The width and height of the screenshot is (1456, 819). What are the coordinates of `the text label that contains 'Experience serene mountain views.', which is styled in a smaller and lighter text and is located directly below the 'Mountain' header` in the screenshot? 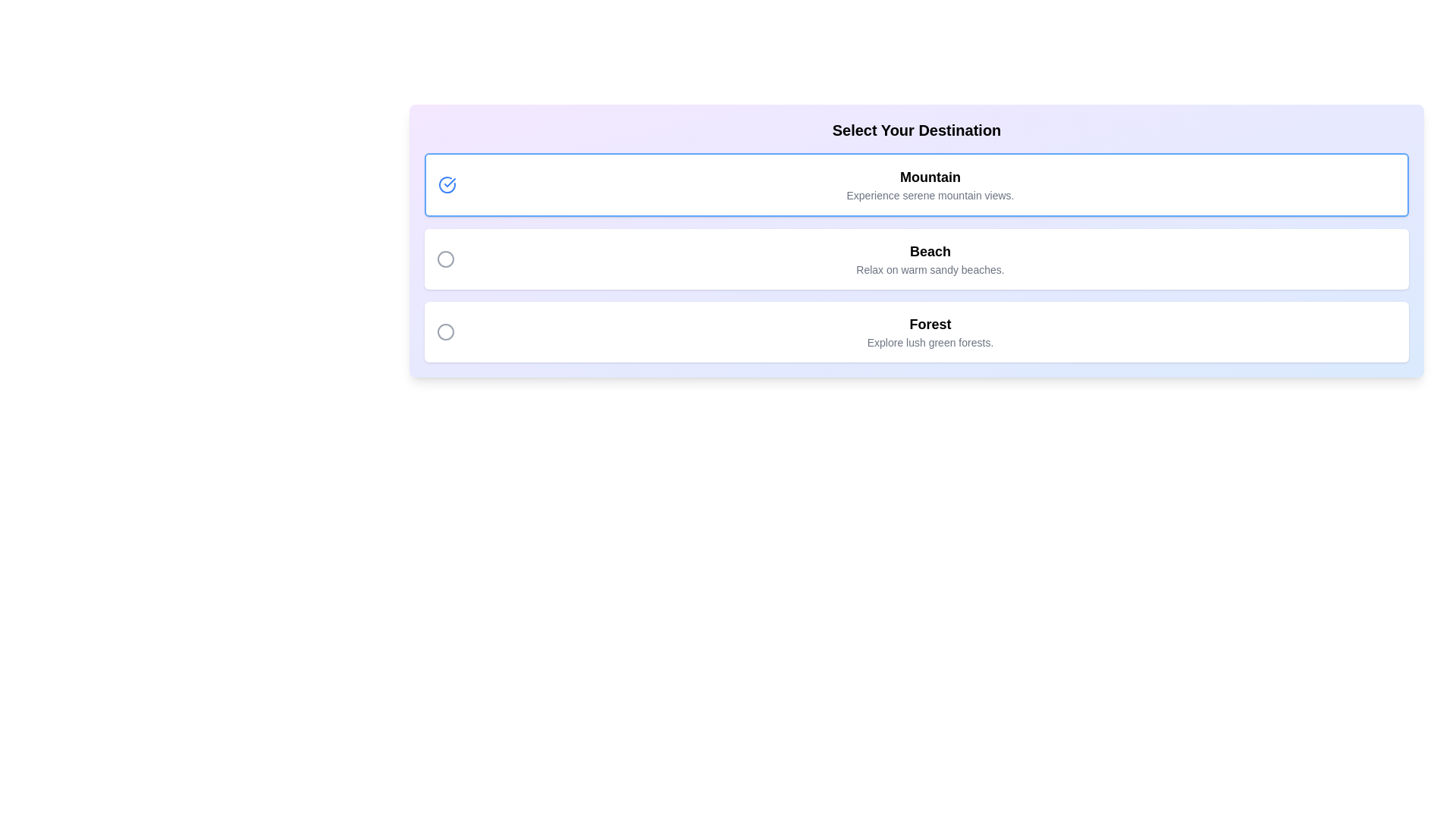 It's located at (930, 195).